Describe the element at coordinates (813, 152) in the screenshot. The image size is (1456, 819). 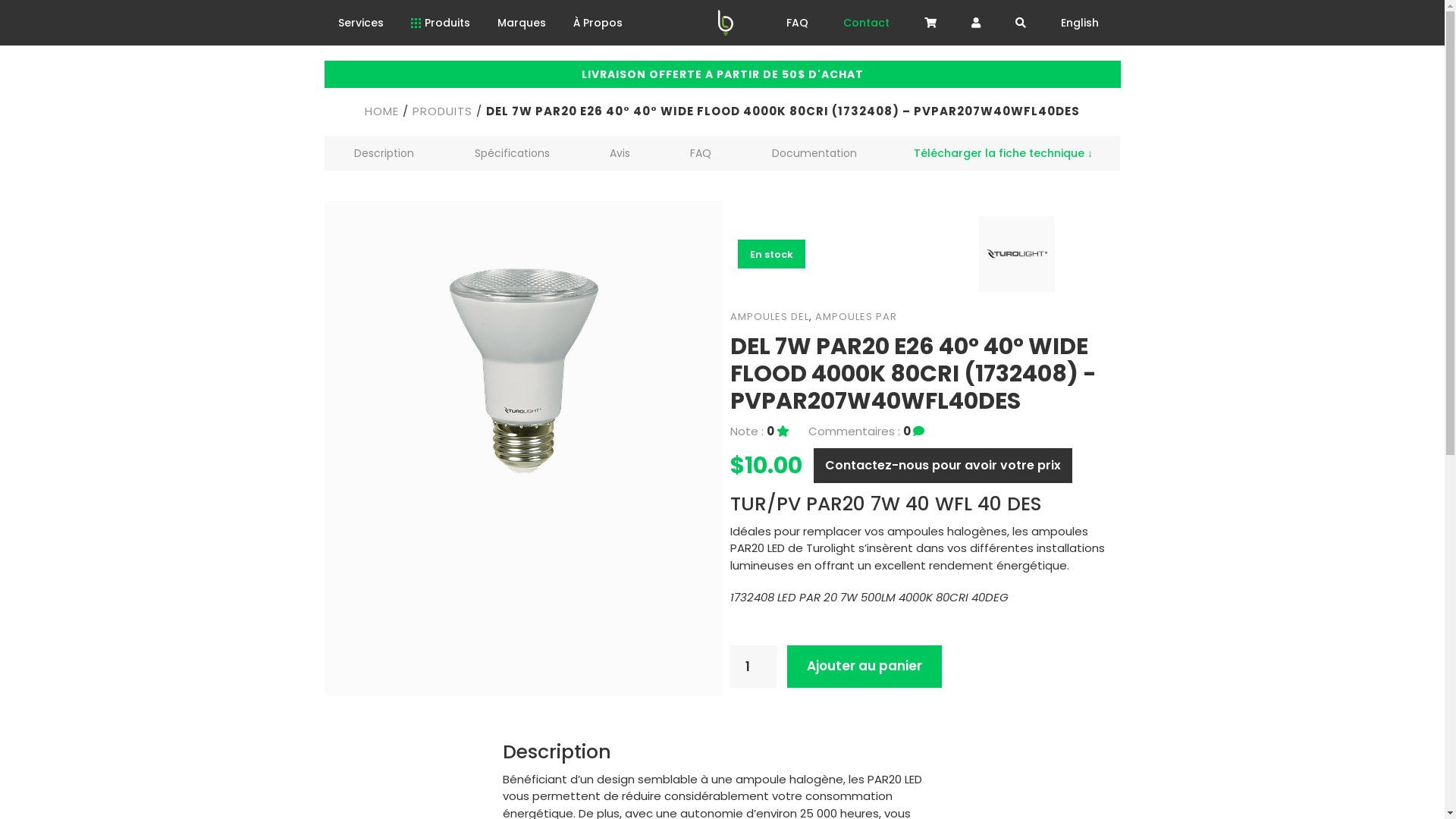
I see `'Documentation'` at that location.